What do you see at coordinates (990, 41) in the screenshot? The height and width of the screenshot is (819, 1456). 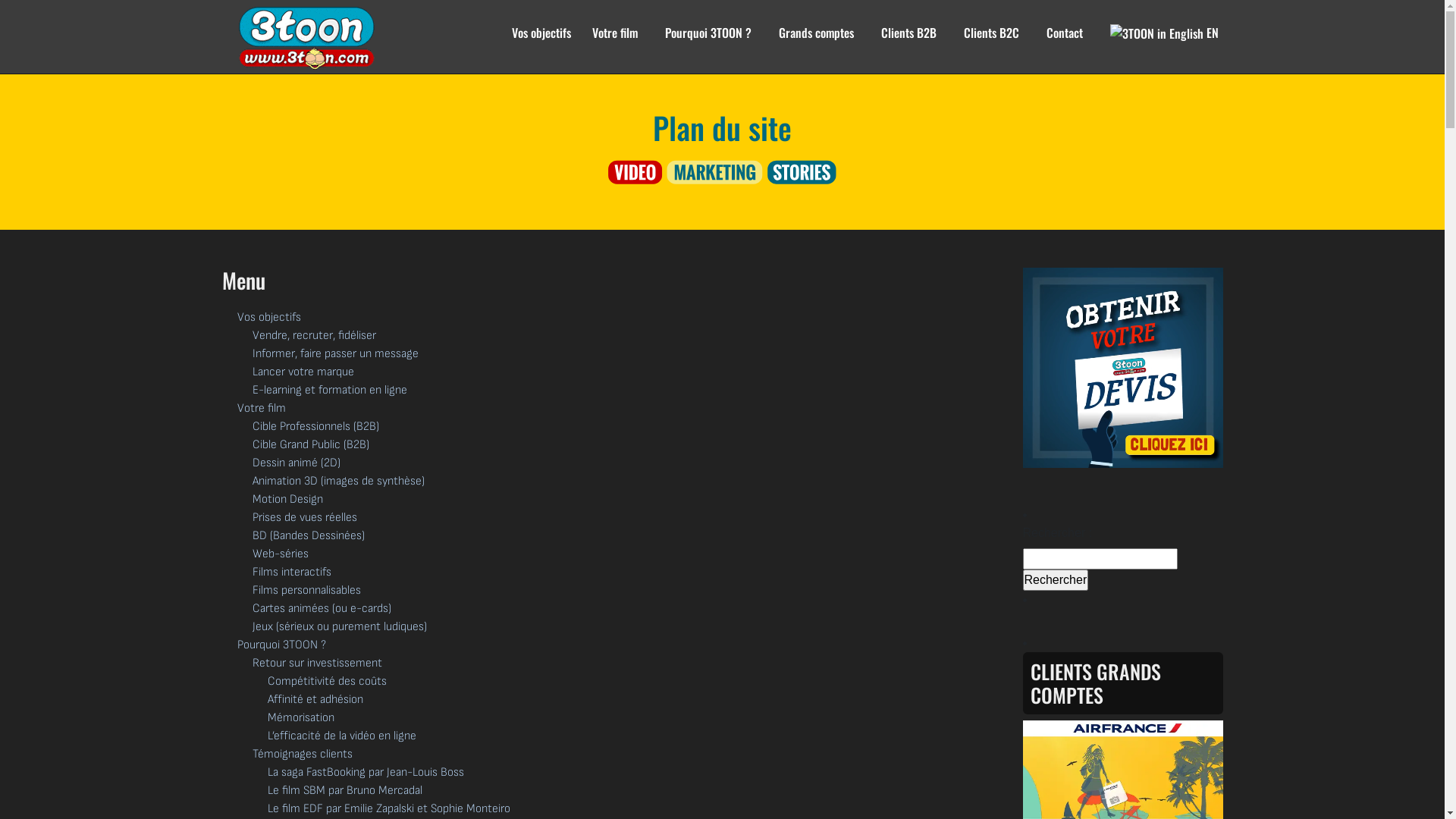 I see `'Clients B2C'` at bounding box center [990, 41].